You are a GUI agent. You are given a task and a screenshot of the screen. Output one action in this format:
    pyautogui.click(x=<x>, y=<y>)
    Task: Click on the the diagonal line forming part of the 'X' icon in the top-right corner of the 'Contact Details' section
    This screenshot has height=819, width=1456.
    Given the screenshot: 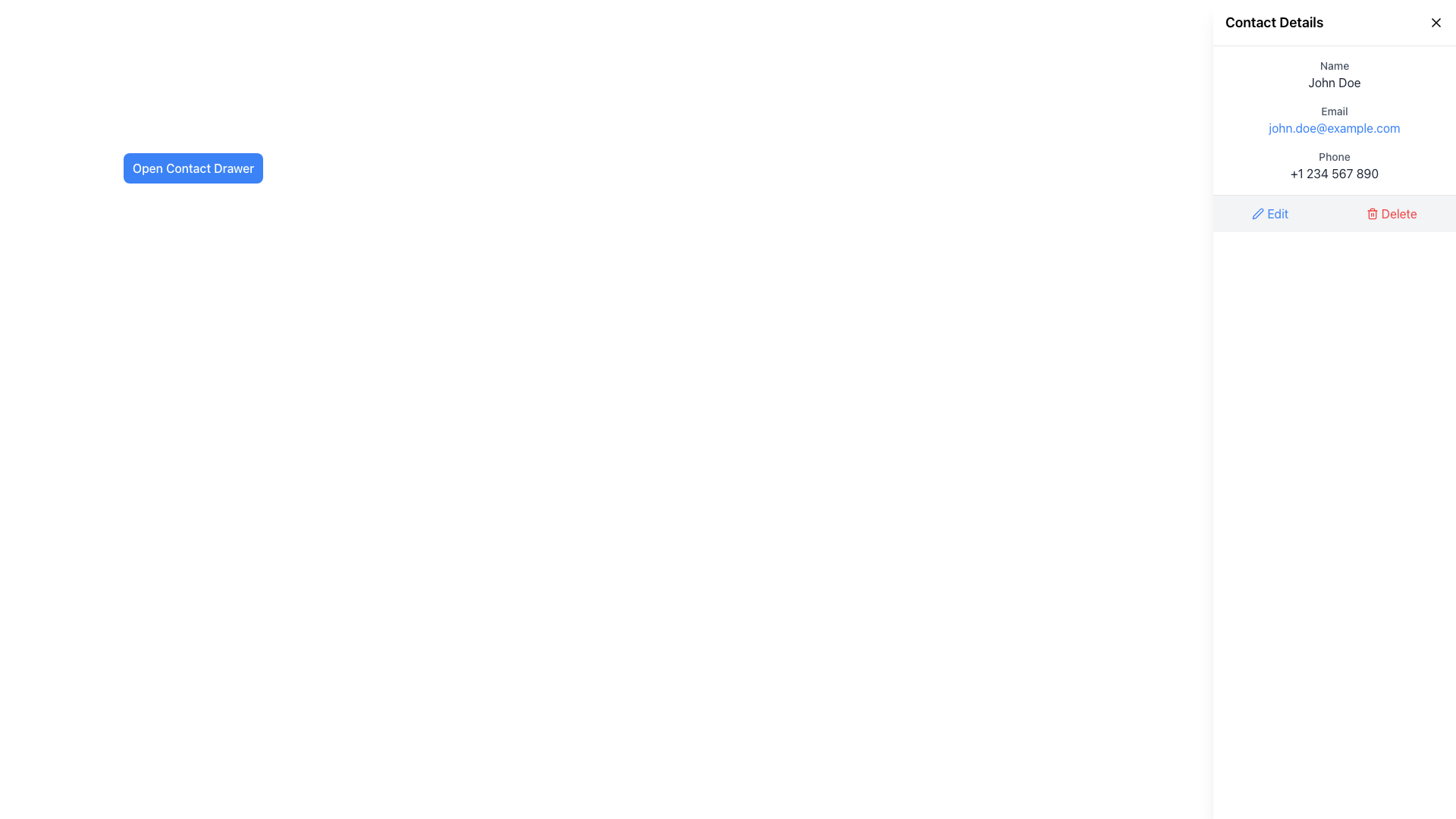 What is the action you would take?
    pyautogui.click(x=1436, y=23)
    